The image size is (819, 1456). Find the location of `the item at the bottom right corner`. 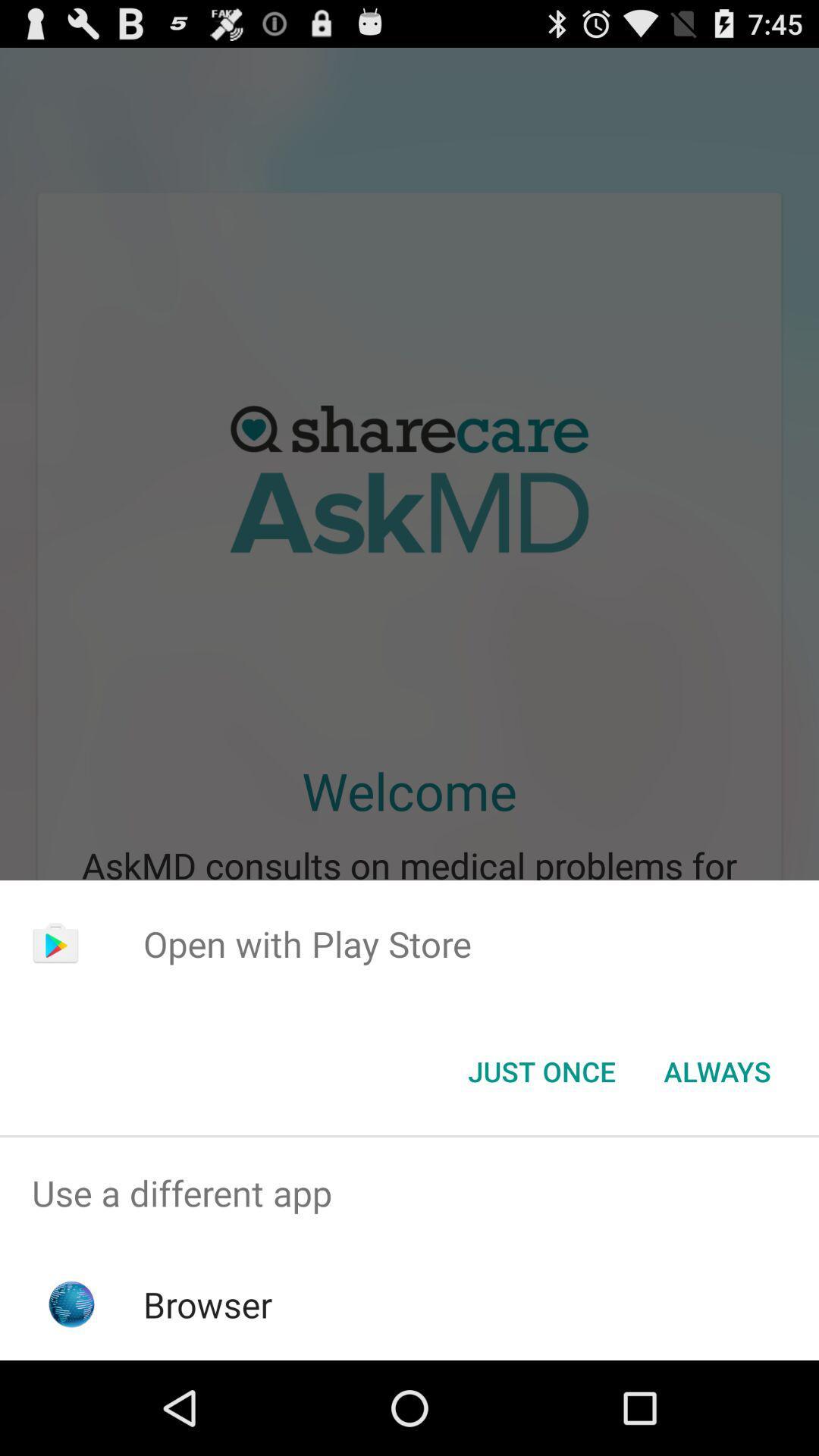

the item at the bottom right corner is located at coordinates (717, 1070).